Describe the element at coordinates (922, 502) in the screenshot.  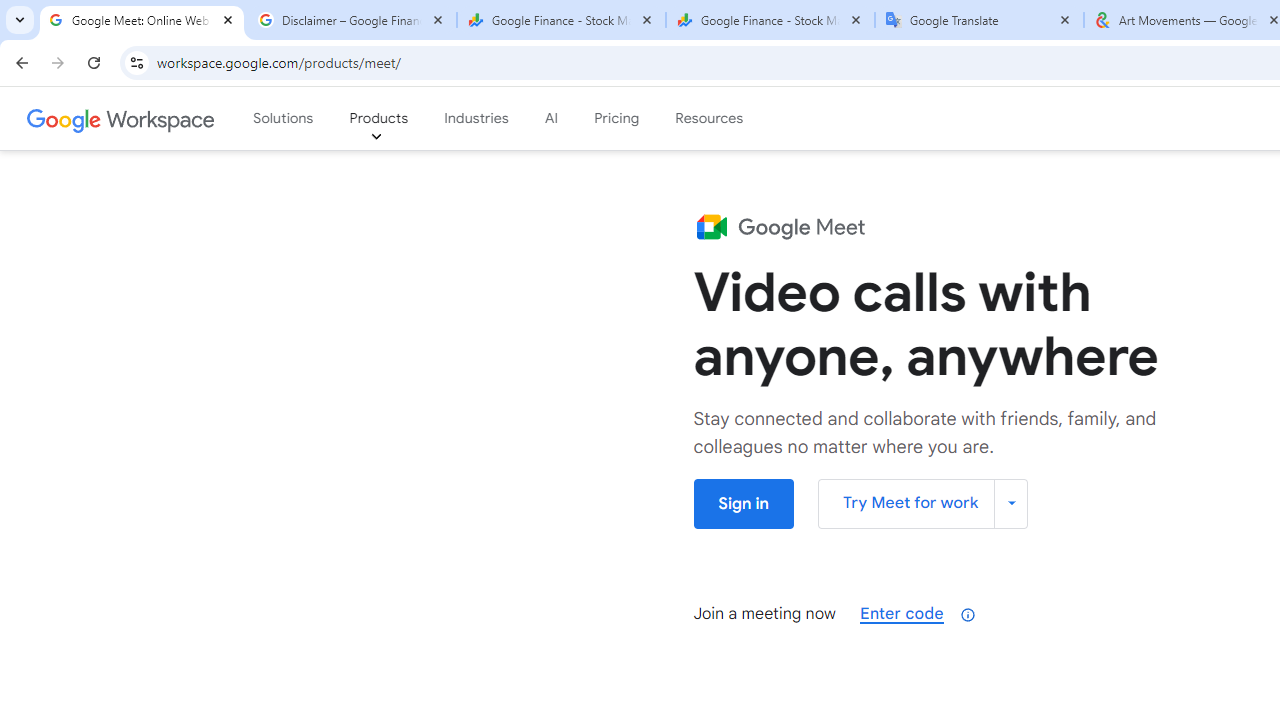
I see `'Try Meet for work'` at that location.